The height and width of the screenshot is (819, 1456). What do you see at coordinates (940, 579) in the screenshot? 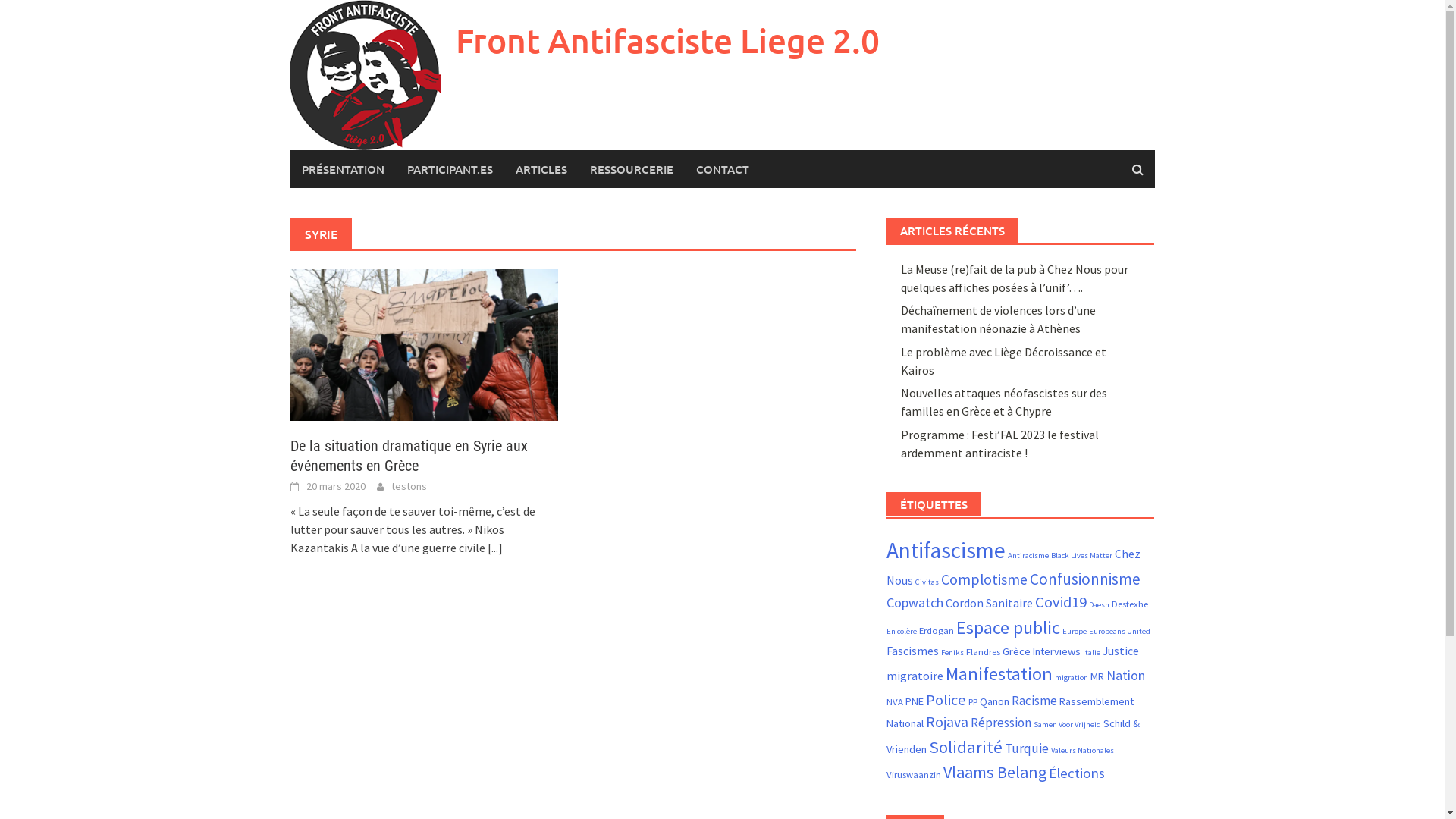
I see `'Complotisme'` at bounding box center [940, 579].